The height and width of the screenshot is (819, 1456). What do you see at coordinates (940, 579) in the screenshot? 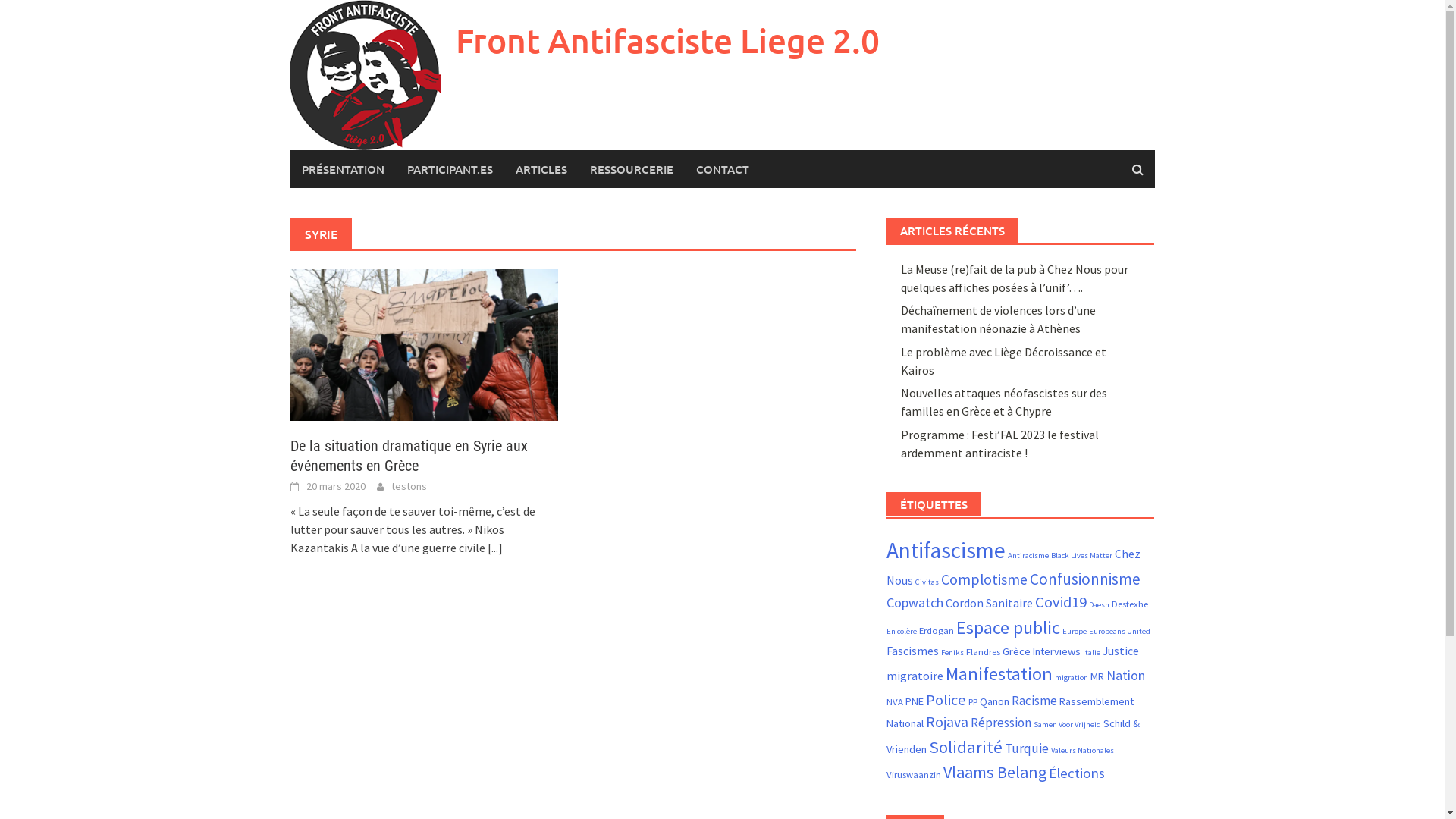
I see `'Complotisme'` at bounding box center [940, 579].